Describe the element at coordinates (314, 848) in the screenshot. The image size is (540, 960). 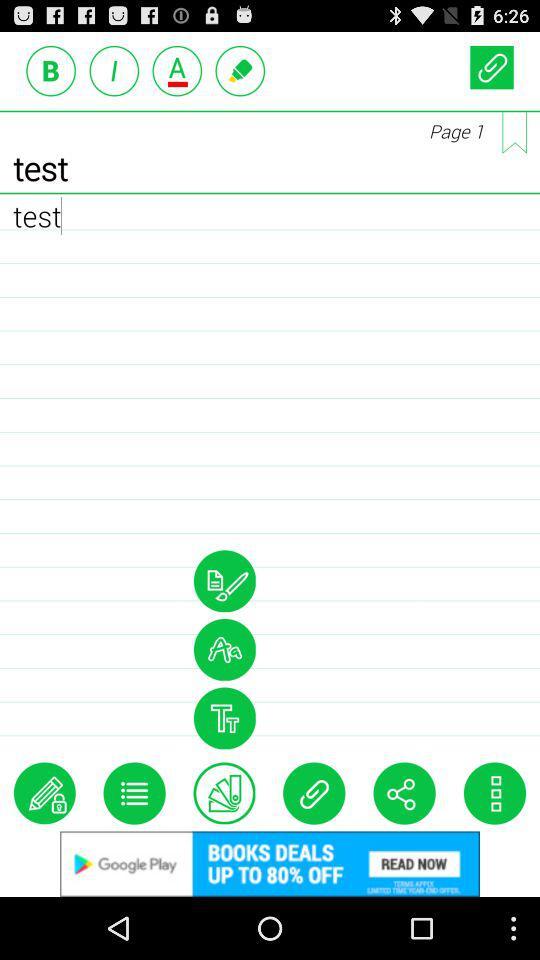
I see `the attach_file icon` at that location.